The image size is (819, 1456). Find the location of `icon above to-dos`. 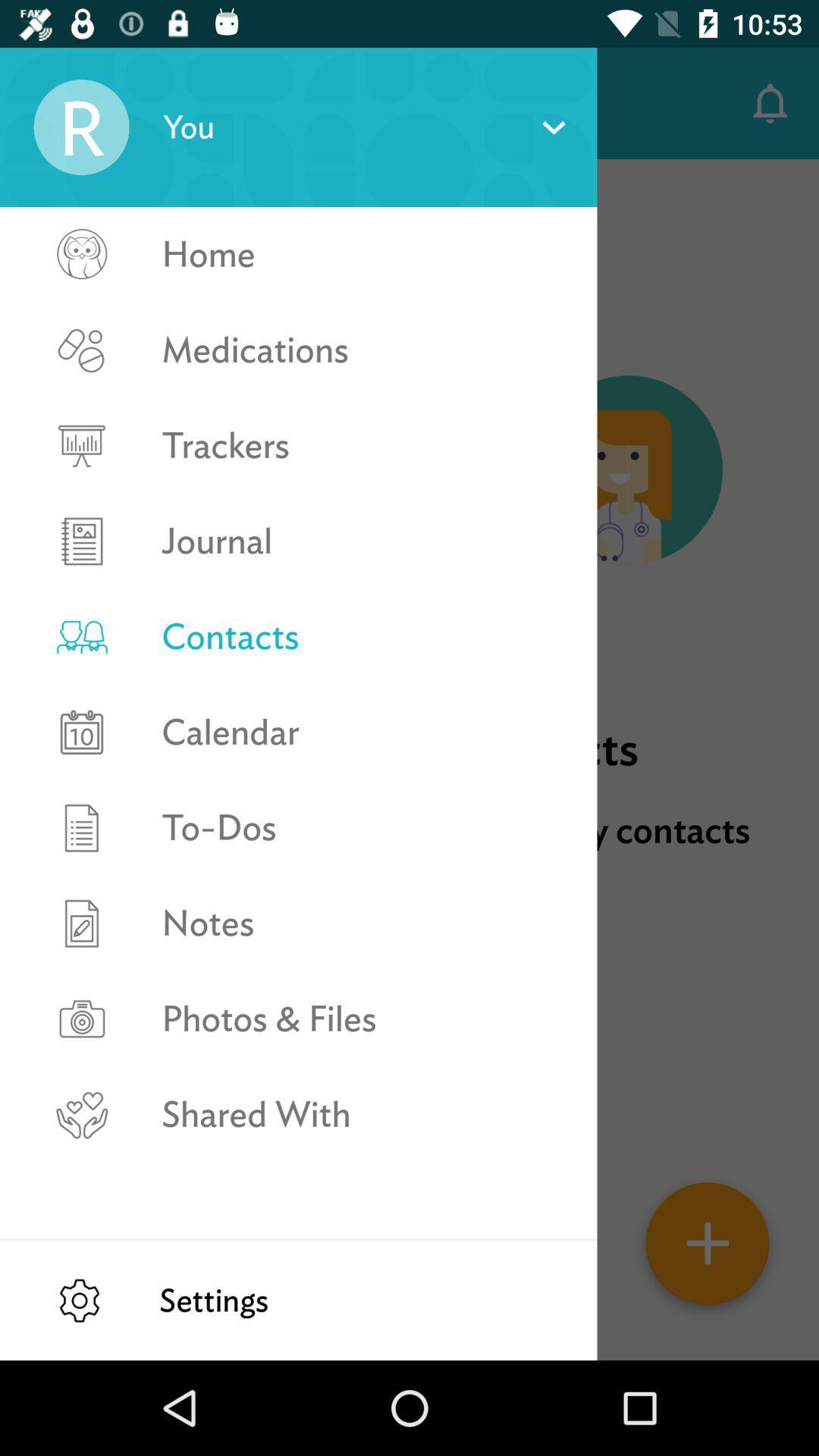

icon above to-dos is located at coordinates (363, 732).